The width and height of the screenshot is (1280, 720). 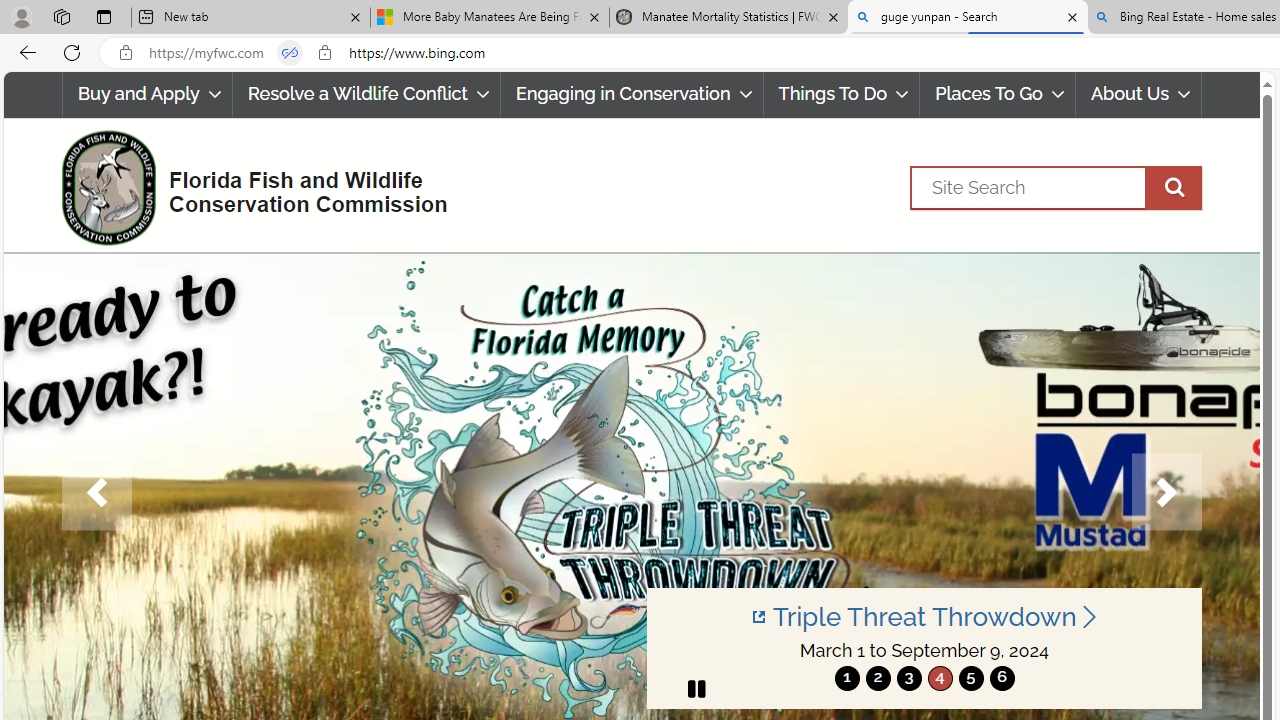 What do you see at coordinates (325, 52) in the screenshot?
I see `'View site information'` at bounding box center [325, 52].